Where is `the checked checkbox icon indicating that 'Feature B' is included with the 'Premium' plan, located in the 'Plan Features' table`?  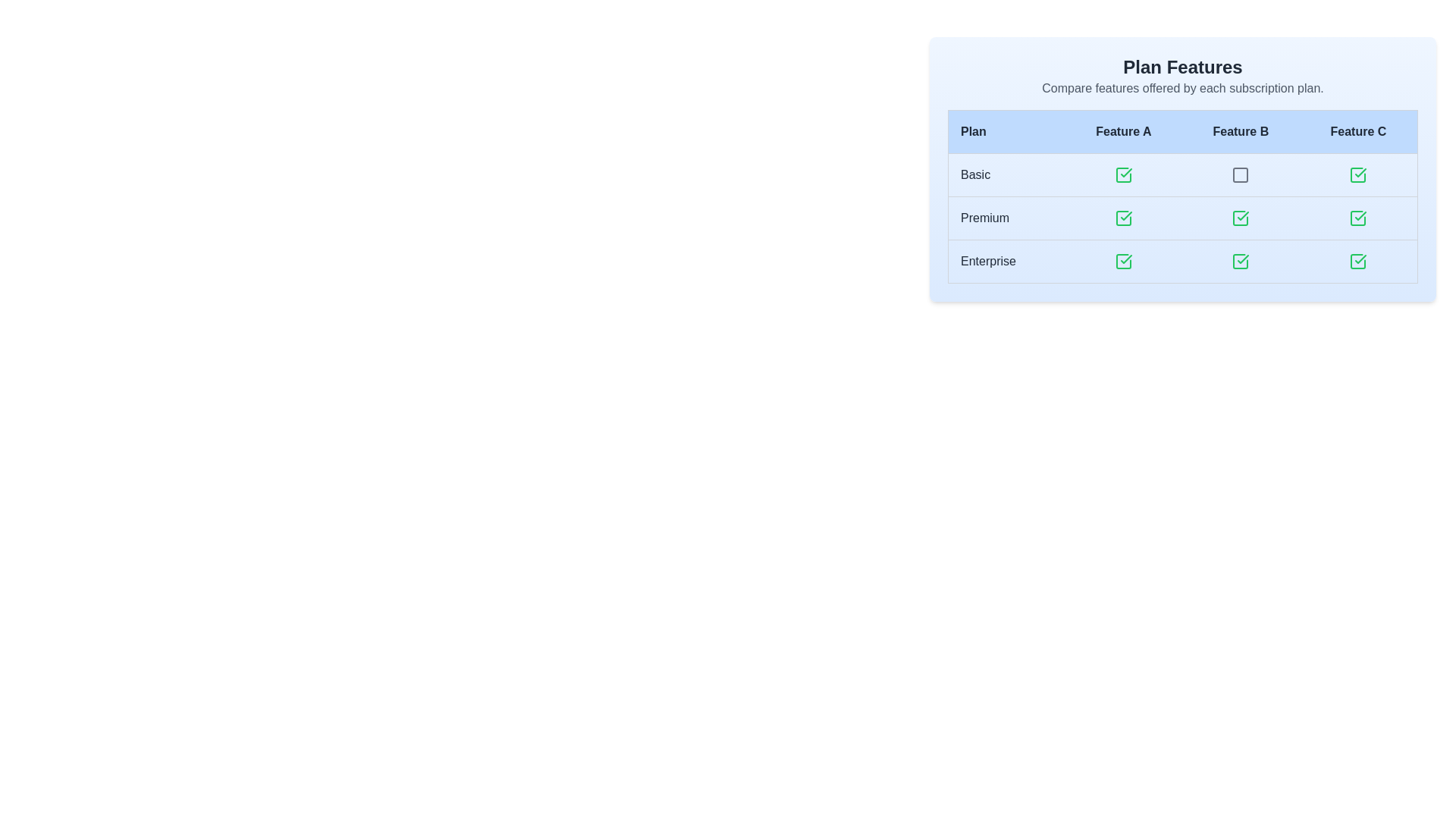
the checked checkbox icon indicating that 'Feature B' is included with the 'Premium' plan, located in the 'Plan Features' table is located at coordinates (1241, 218).